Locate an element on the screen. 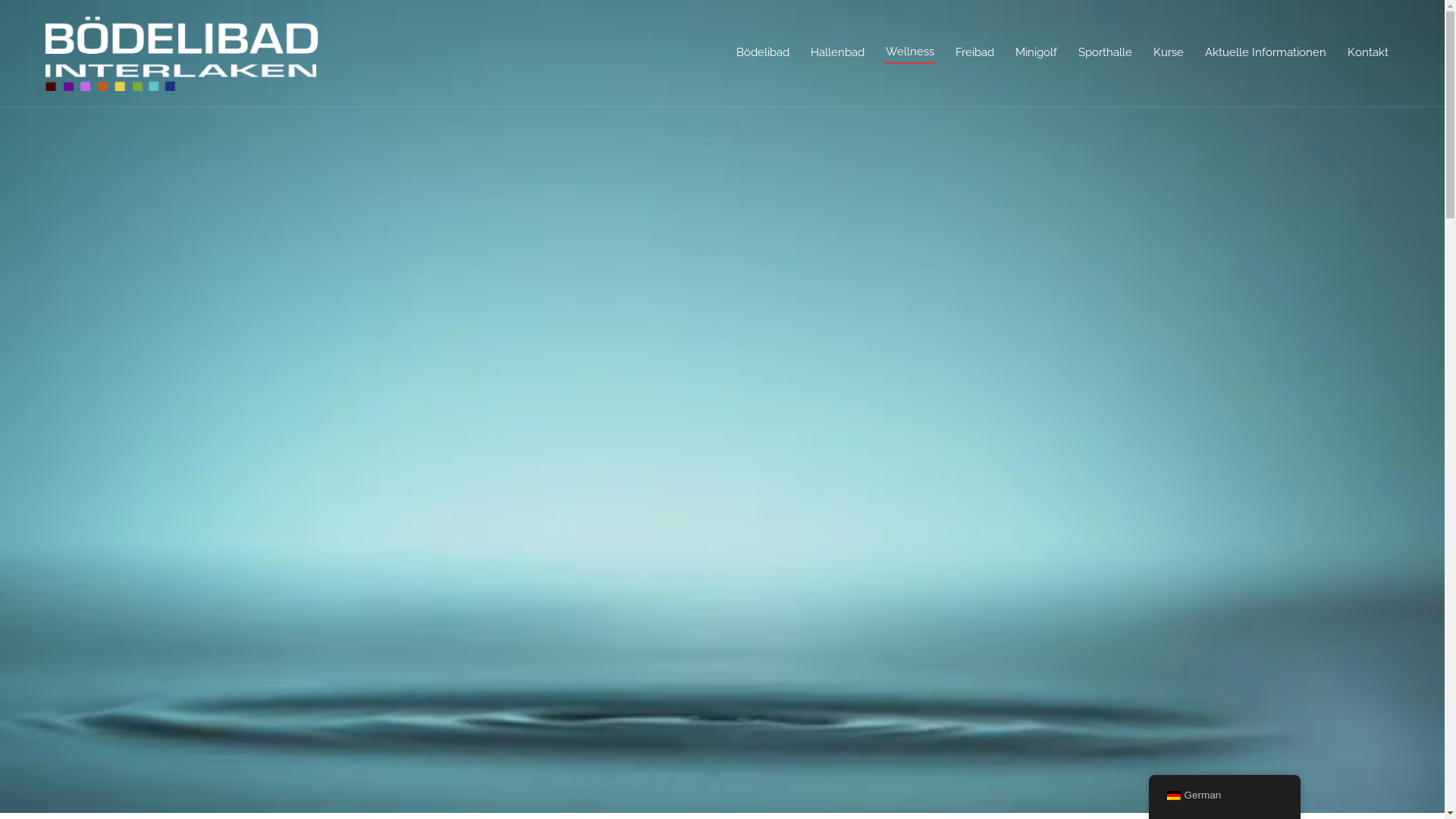 The image size is (1456, 819). 'Kurse' is located at coordinates (1167, 52).